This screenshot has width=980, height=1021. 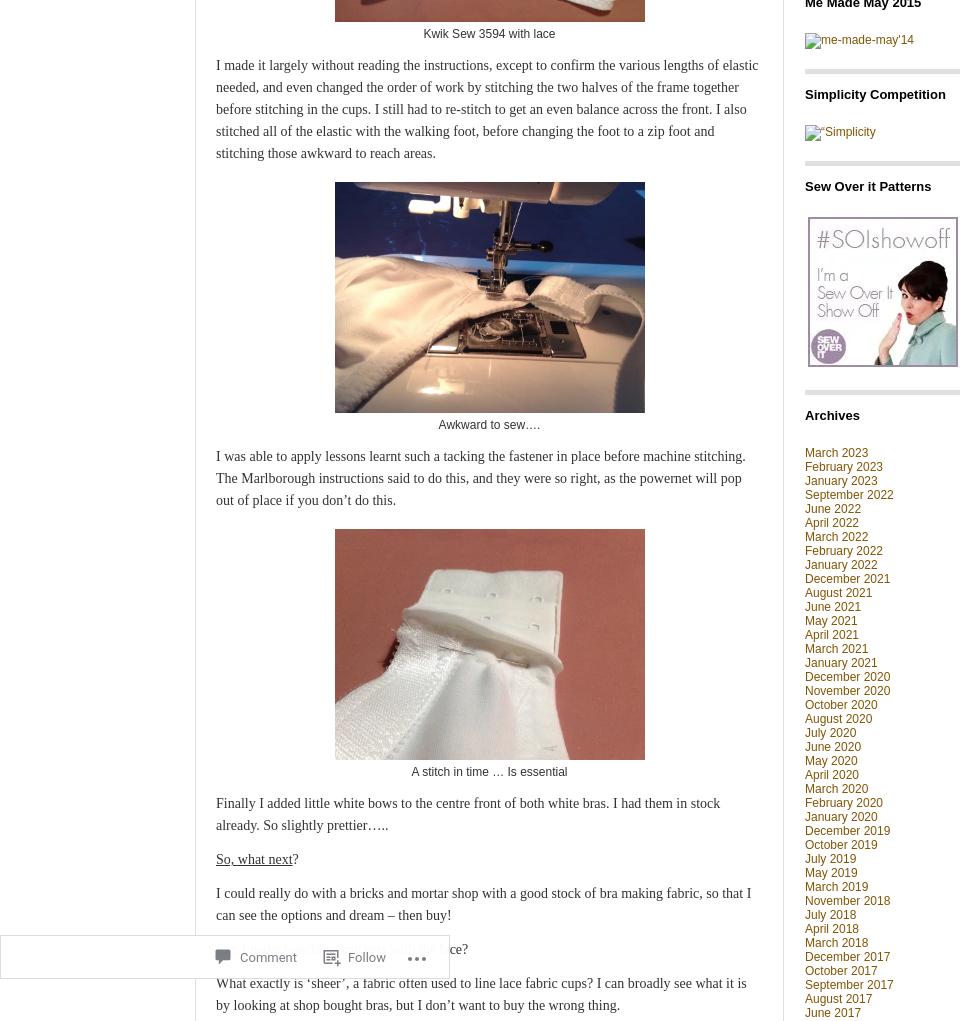 What do you see at coordinates (832, 774) in the screenshot?
I see `'April 2020'` at bounding box center [832, 774].